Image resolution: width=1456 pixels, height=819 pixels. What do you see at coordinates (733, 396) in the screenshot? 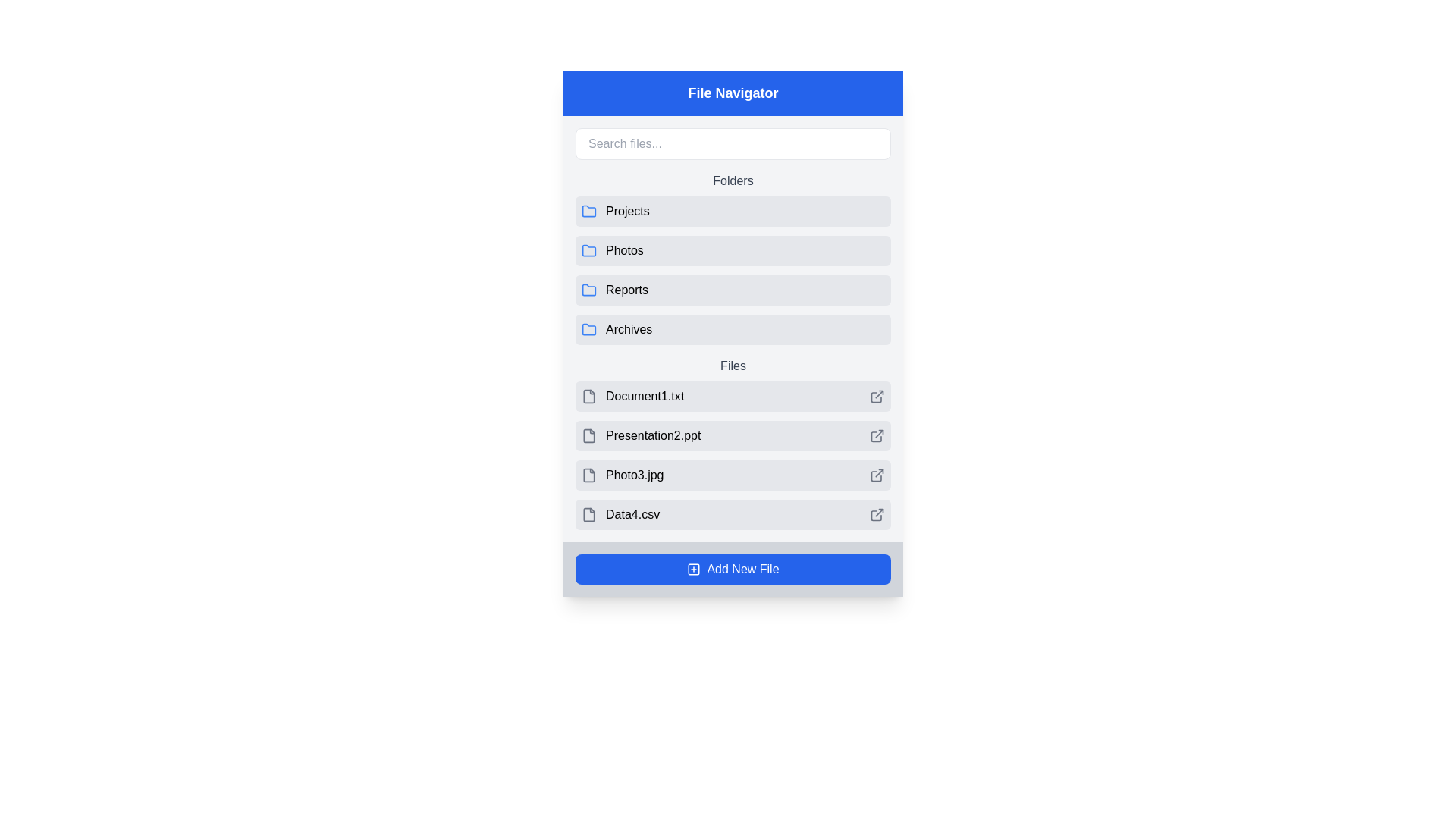
I see `the first selectable file entry labeled 'Document1.txt'` at bounding box center [733, 396].